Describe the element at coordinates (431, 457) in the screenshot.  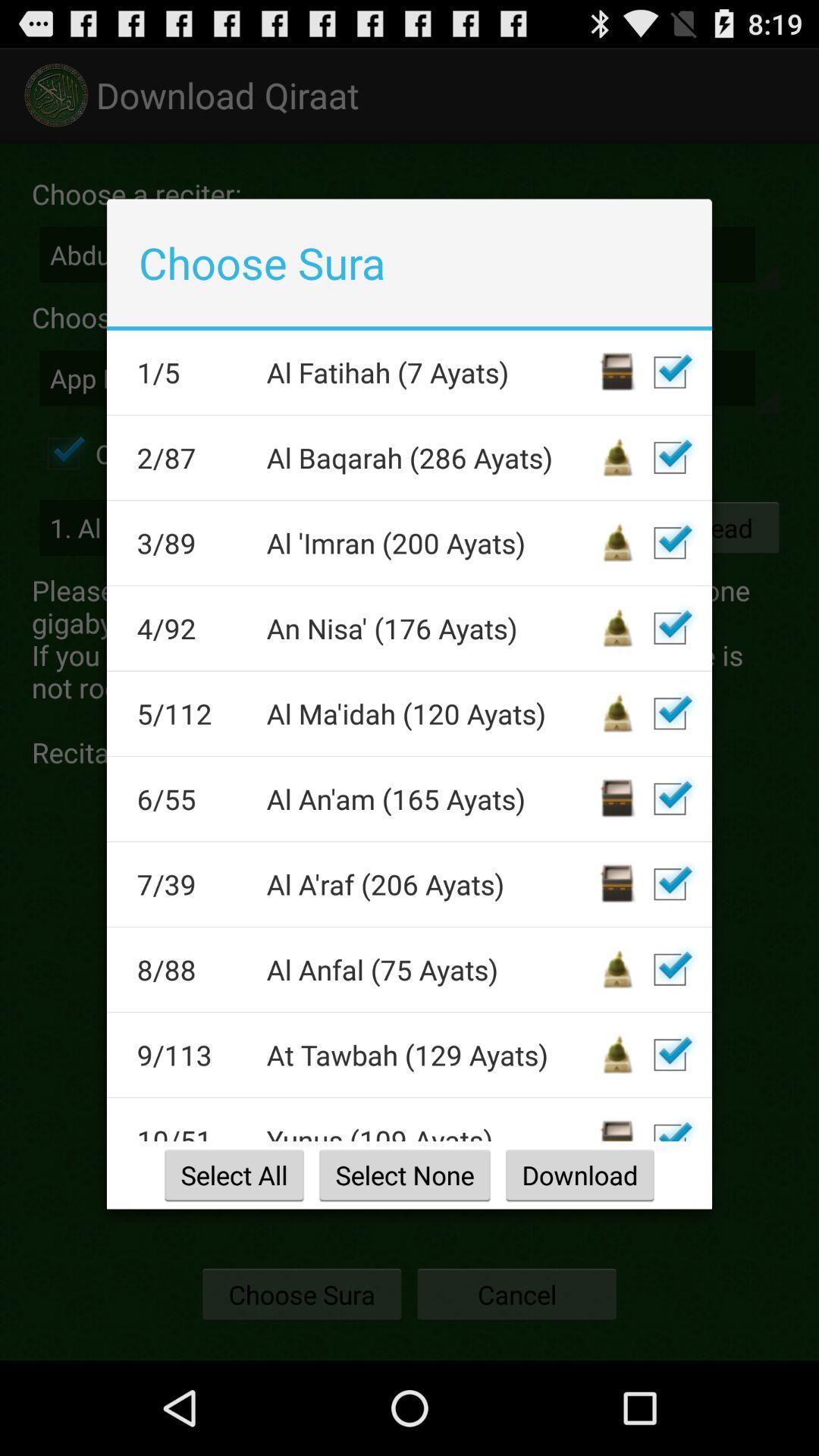
I see `al baqarah 286` at that location.